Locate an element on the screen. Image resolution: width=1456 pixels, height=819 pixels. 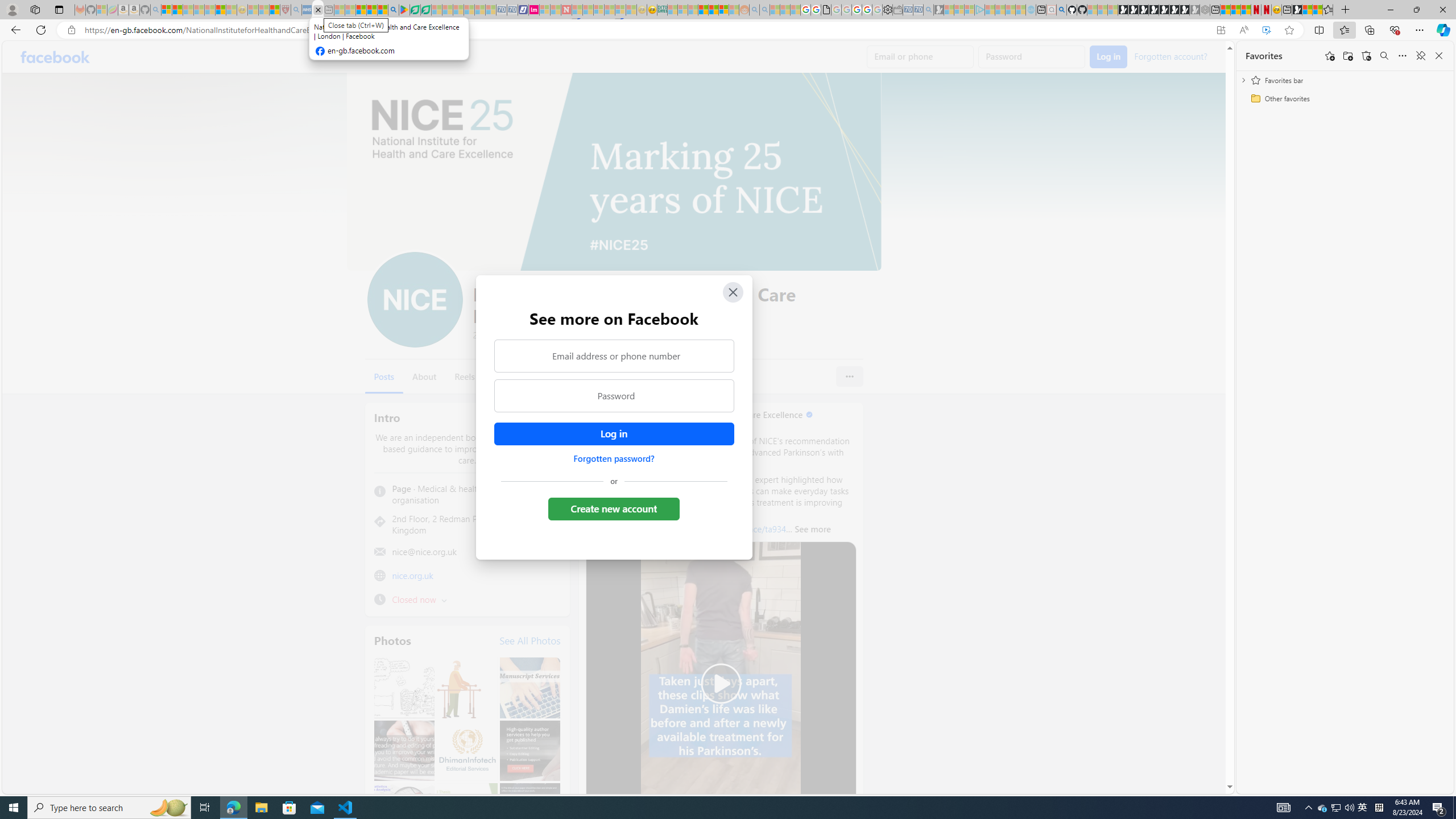
'Unpin favorites' is located at coordinates (1420, 55).